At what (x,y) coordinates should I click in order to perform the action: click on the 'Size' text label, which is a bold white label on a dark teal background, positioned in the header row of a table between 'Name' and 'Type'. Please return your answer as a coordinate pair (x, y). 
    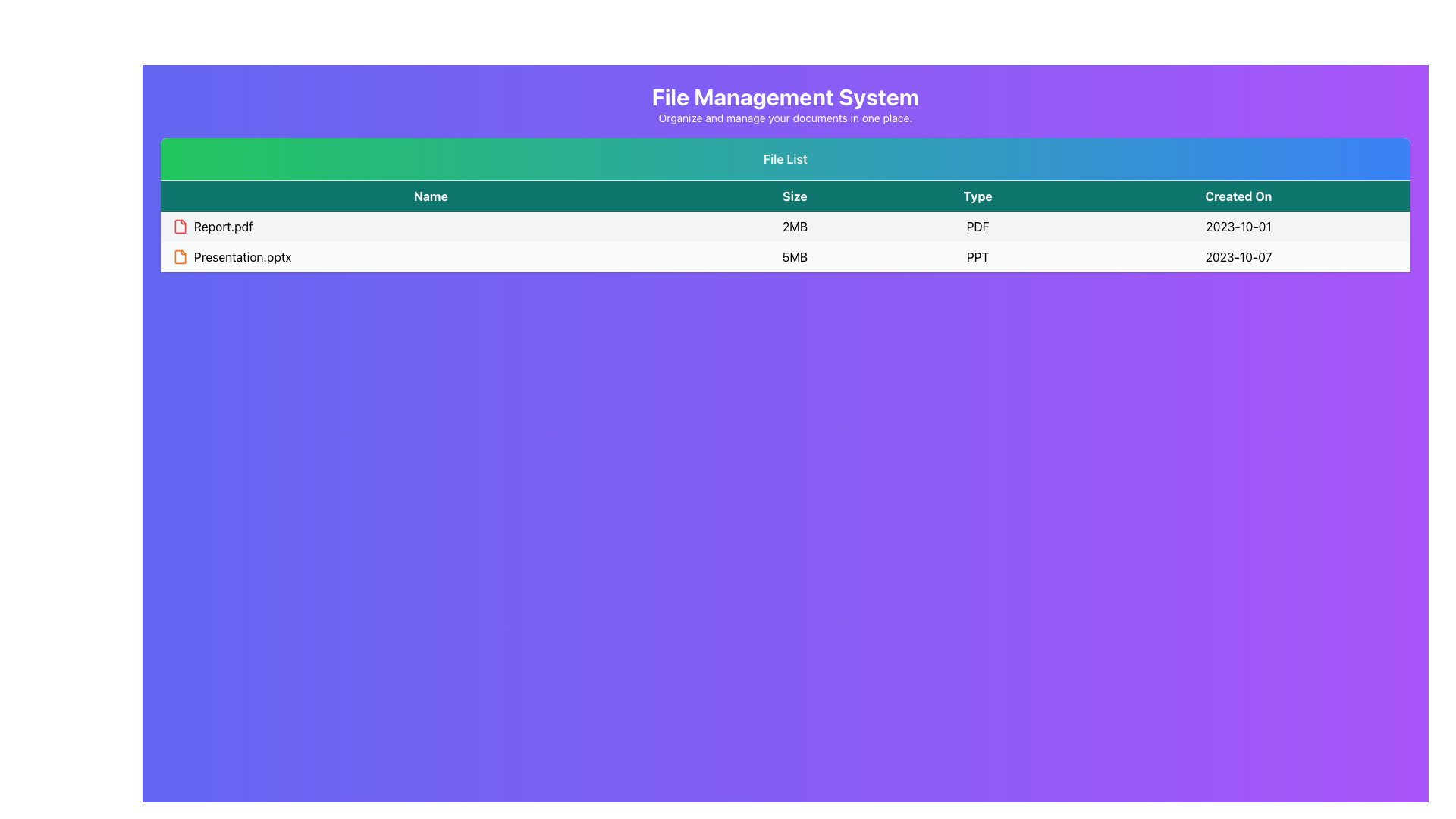
    Looking at the image, I should click on (794, 195).